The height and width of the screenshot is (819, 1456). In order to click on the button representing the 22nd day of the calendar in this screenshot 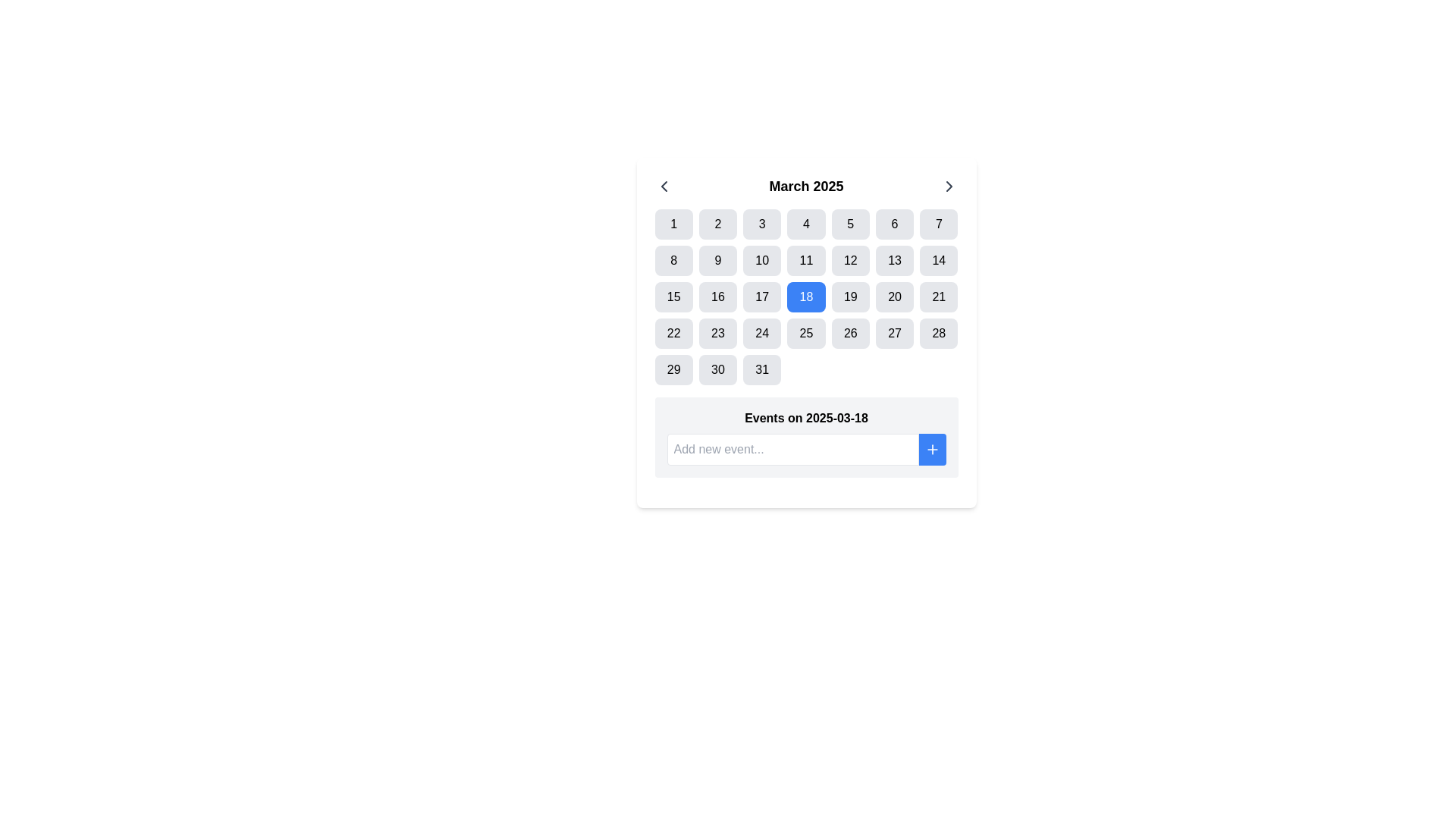, I will do `click(673, 332)`.